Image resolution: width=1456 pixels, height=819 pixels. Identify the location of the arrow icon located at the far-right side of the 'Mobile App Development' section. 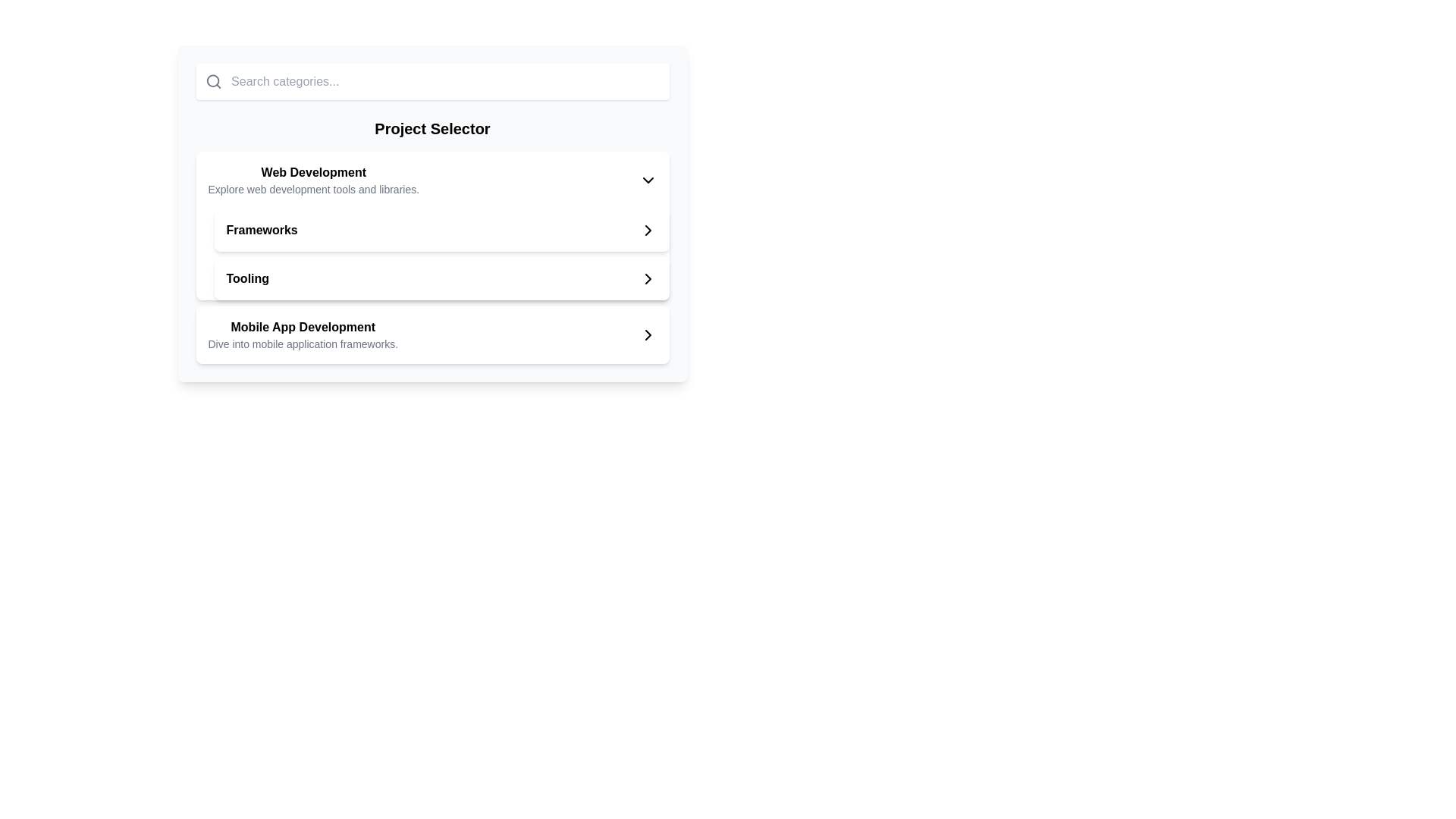
(648, 334).